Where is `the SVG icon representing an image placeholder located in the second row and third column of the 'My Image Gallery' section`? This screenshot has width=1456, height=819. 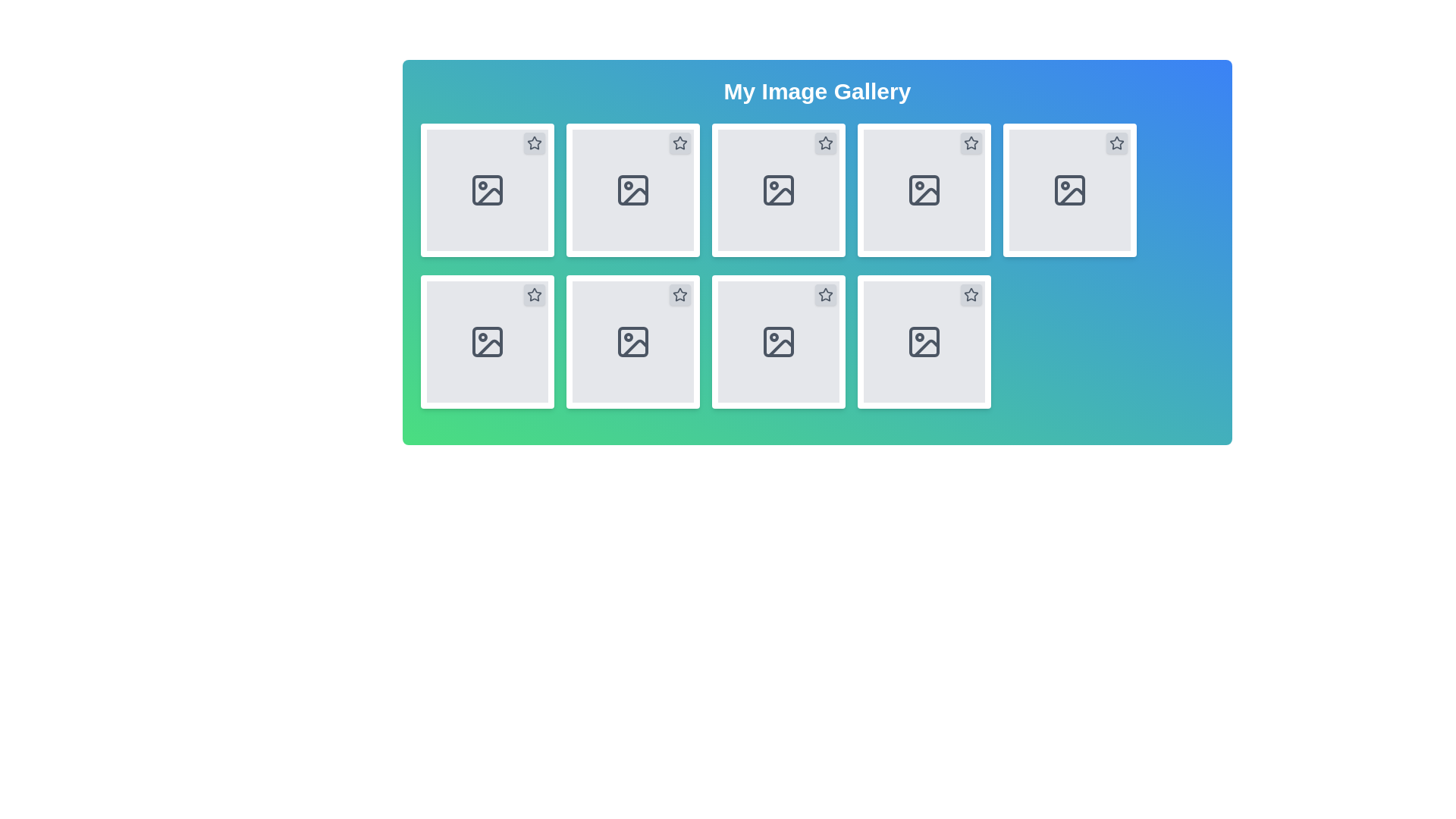
the SVG icon representing an image placeholder located in the second row and third column of the 'My Image Gallery' section is located at coordinates (779, 189).